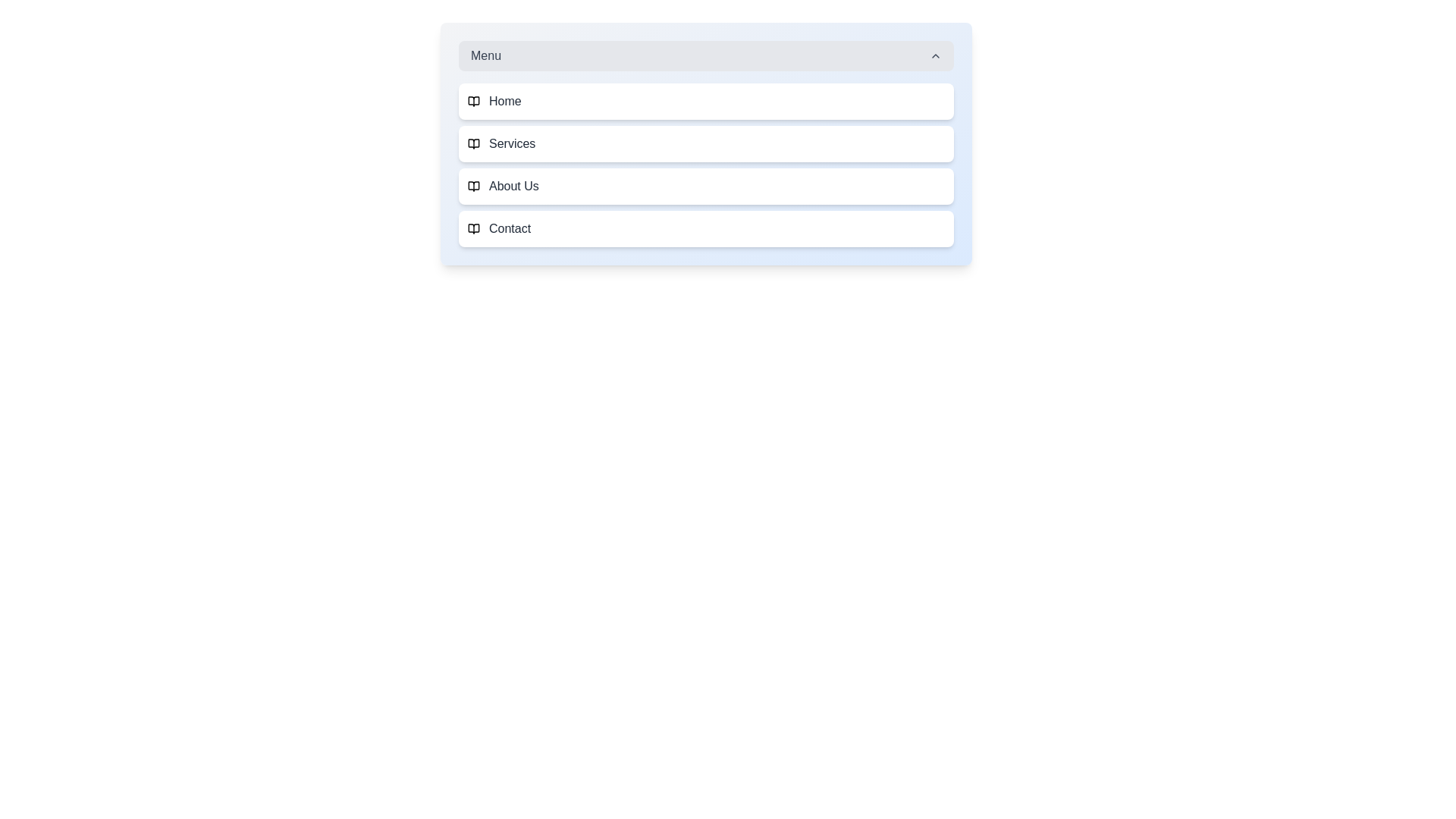  Describe the element at coordinates (705, 186) in the screenshot. I see `the third button in the vertical menu stack` at that location.